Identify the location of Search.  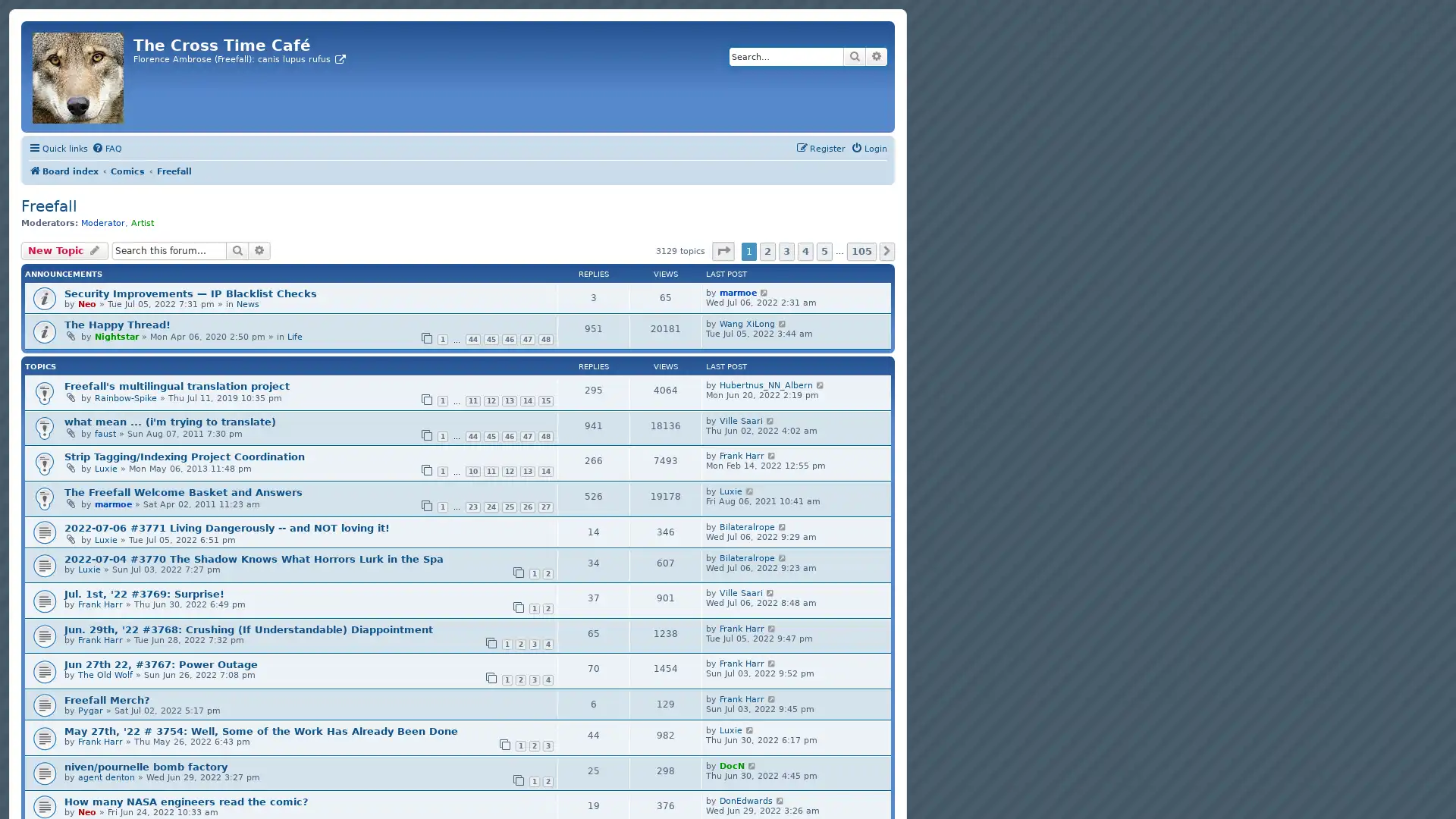
(236, 250).